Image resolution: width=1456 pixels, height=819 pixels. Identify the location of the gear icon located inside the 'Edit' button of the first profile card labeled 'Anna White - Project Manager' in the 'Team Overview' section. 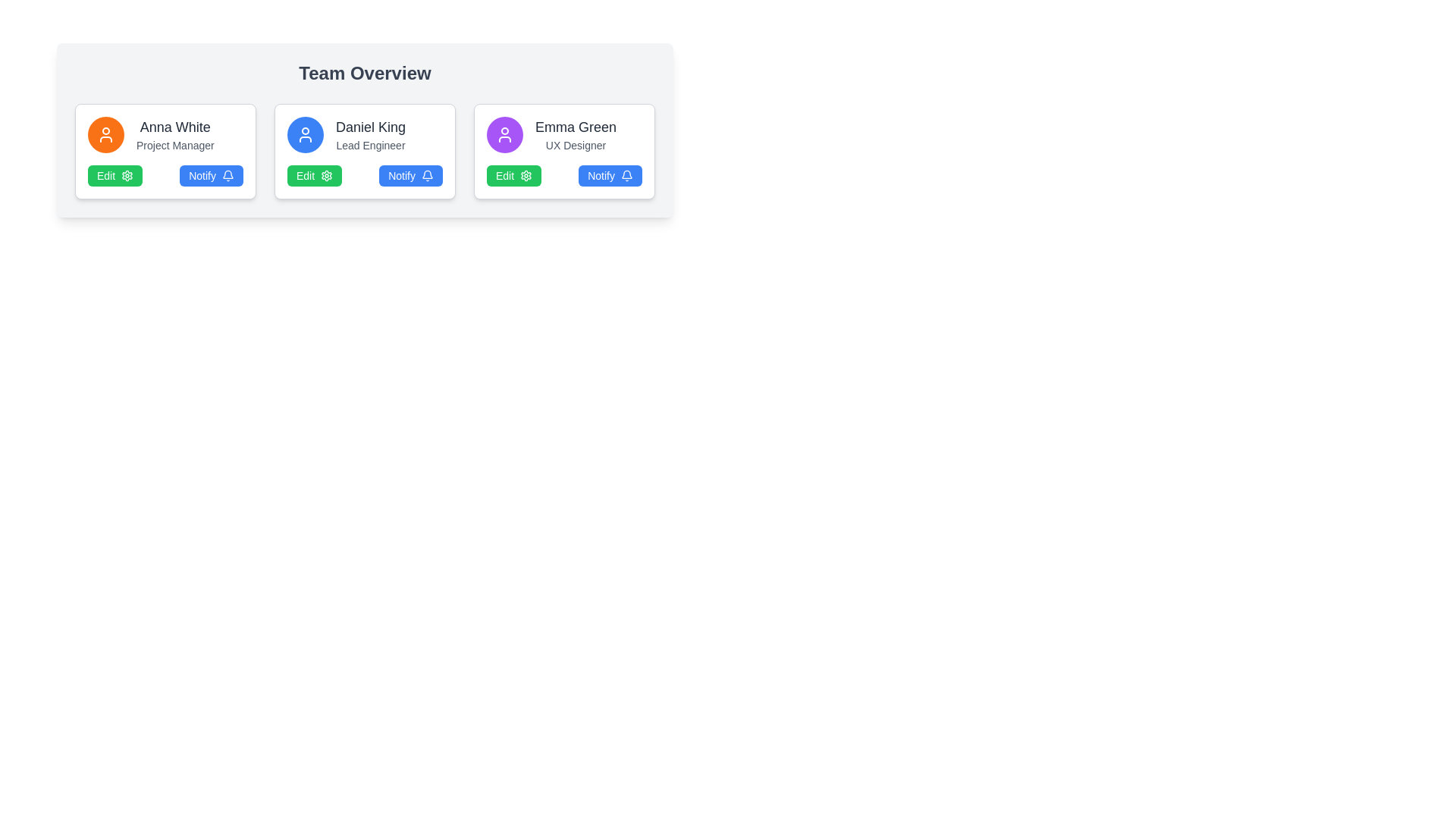
(127, 174).